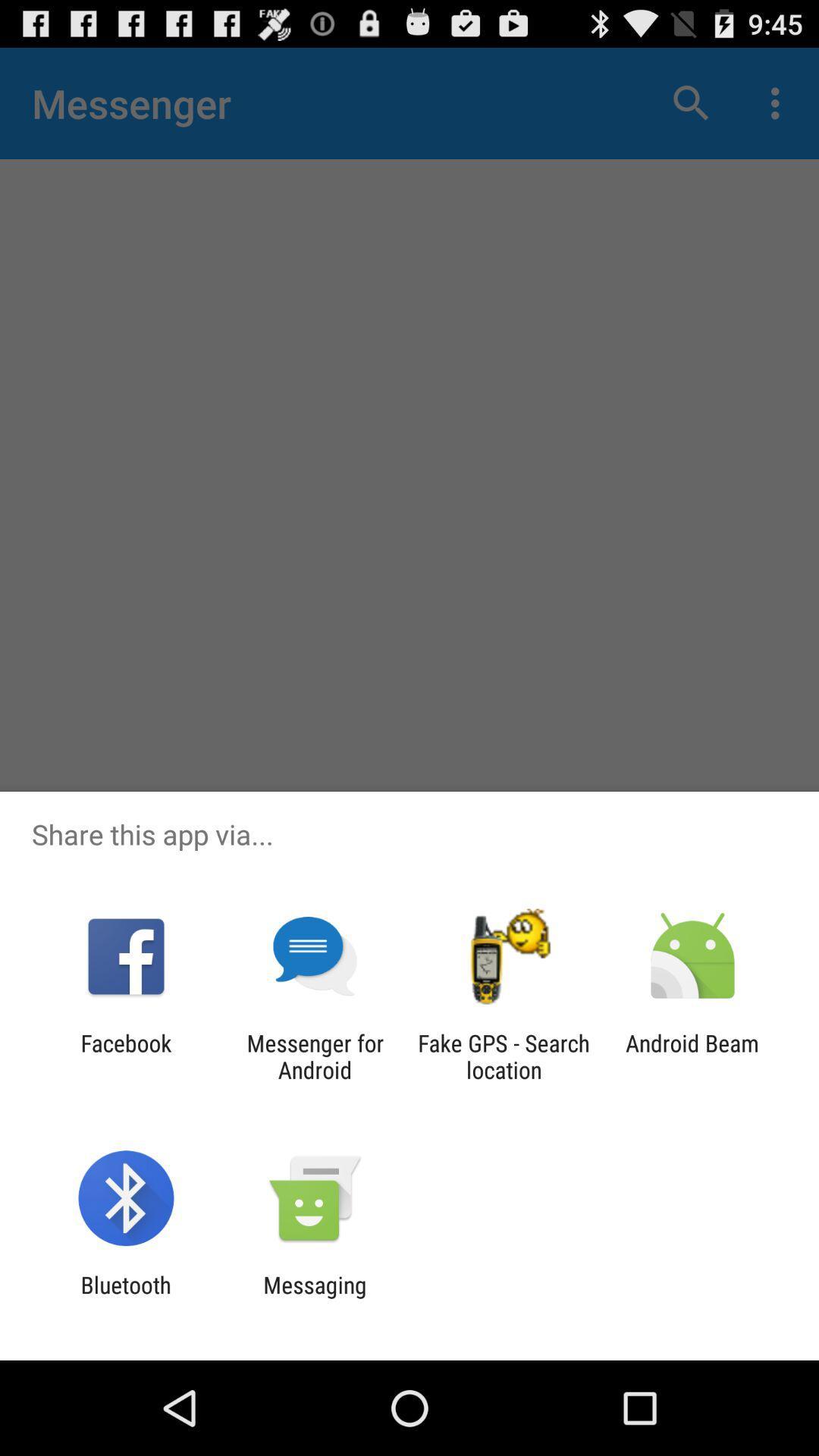 The height and width of the screenshot is (1456, 819). What do you see at coordinates (504, 1056) in the screenshot?
I see `the item to the left of the android beam` at bounding box center [504, 1056].